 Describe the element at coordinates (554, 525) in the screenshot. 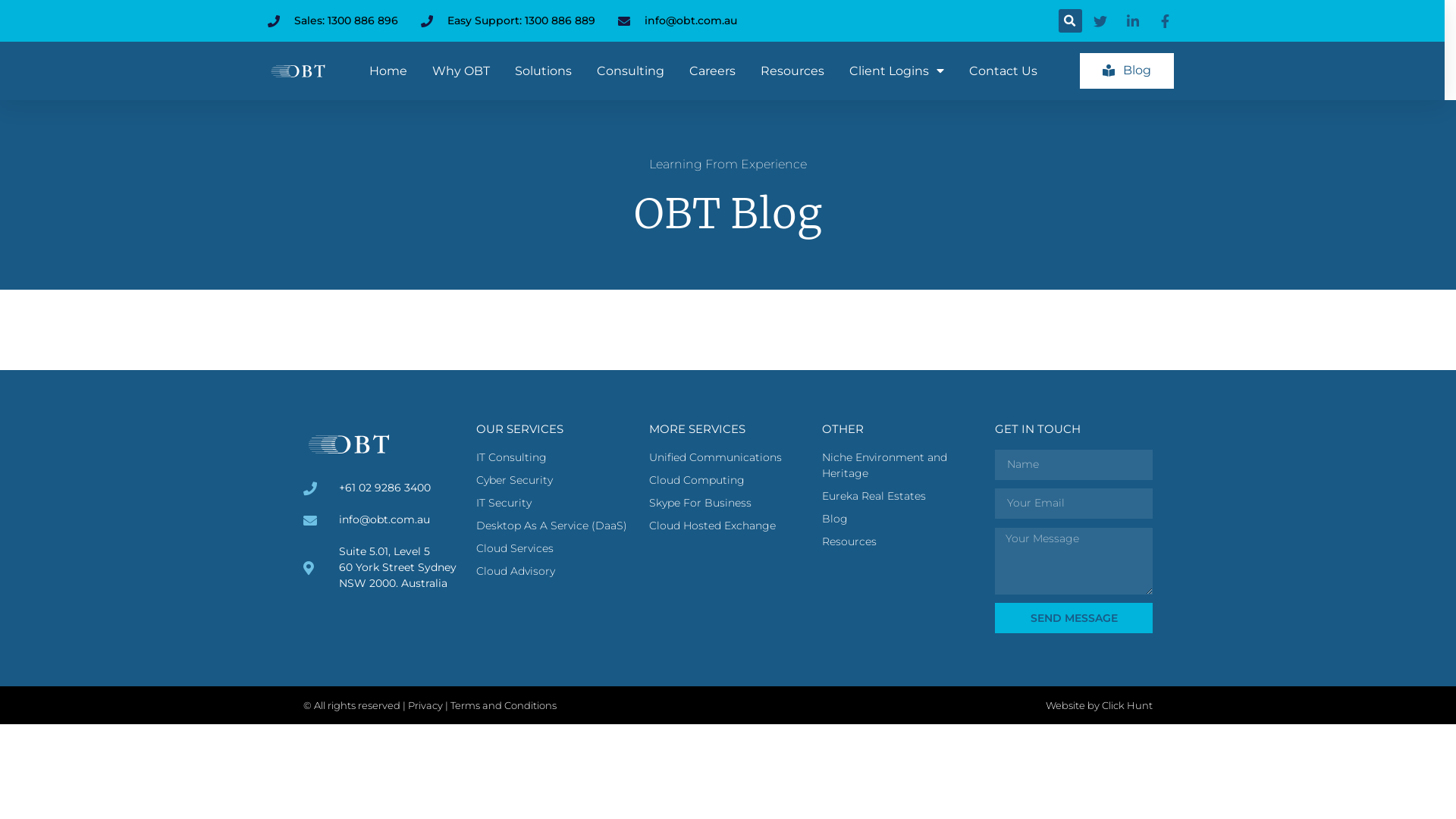

I see `'Desktop As A Service (DaaS)'` at that location.